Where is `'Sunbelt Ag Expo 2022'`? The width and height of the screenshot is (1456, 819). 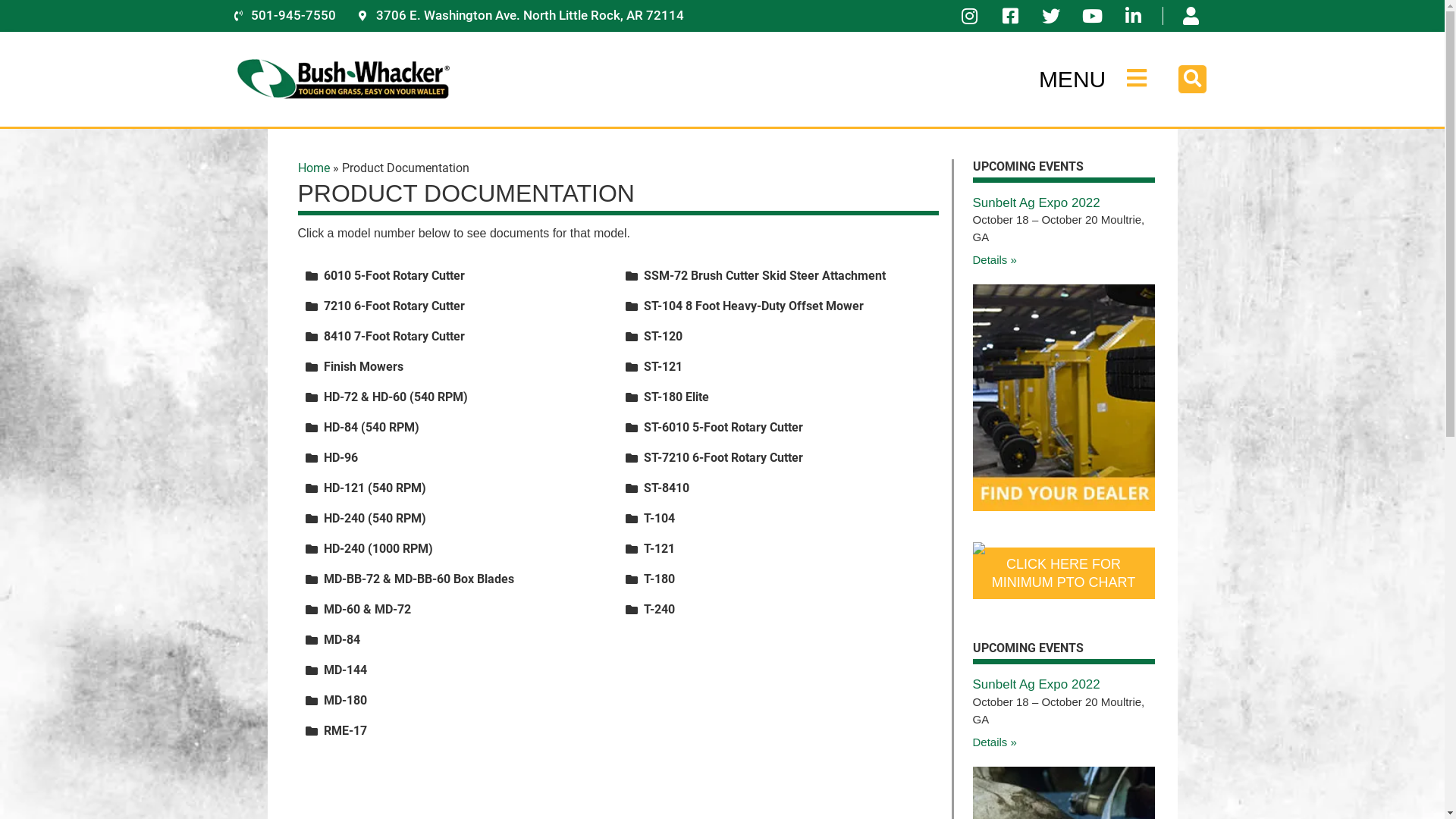 'Sunbelt Ag Expo 2022' is located at coordinates (1035, 202).